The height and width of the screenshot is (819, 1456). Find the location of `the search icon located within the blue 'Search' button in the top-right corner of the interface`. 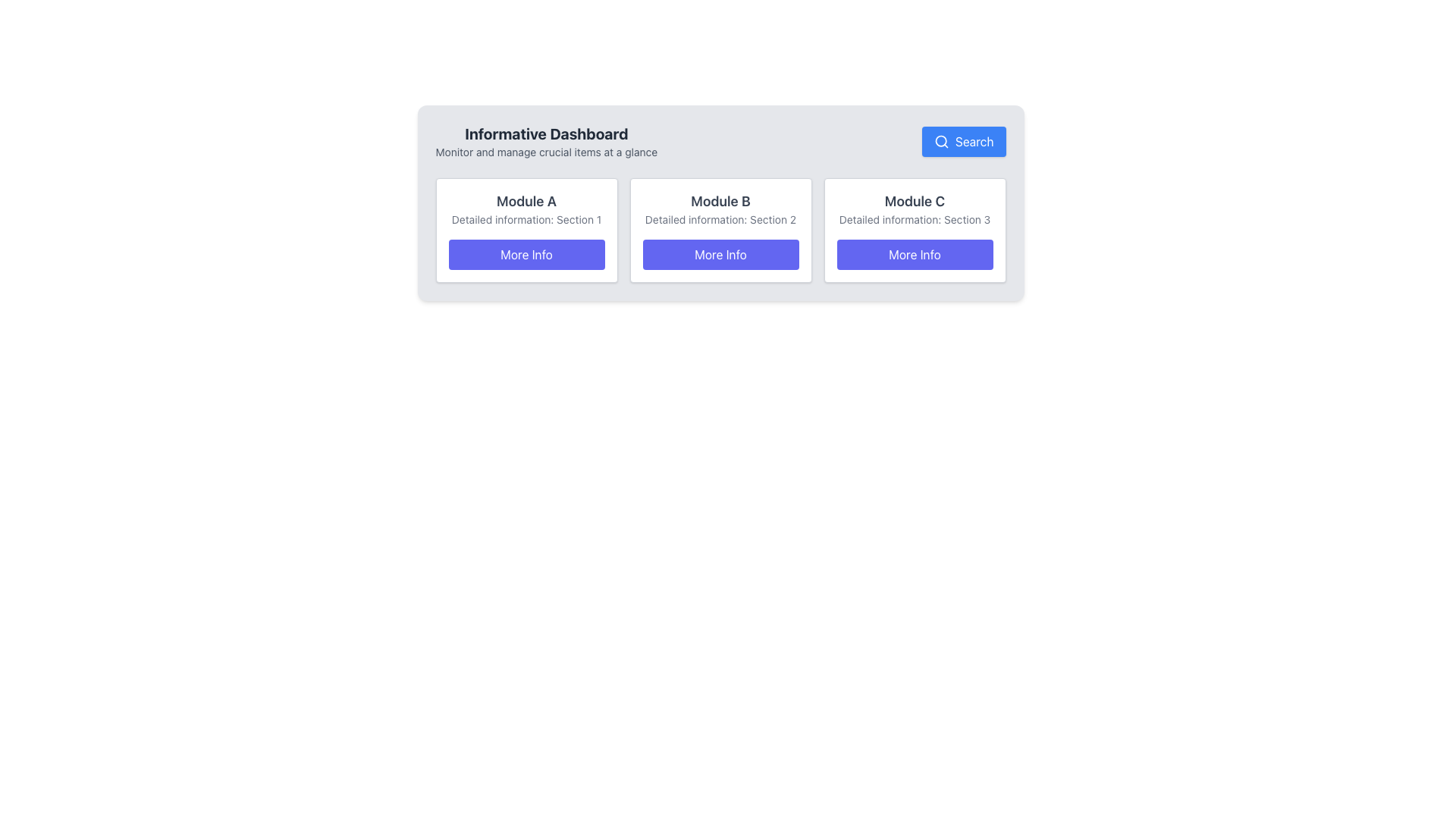

the search icon located within the blue 'Search' button in the top-right corner of the interface is located at coordinates (941, 141).